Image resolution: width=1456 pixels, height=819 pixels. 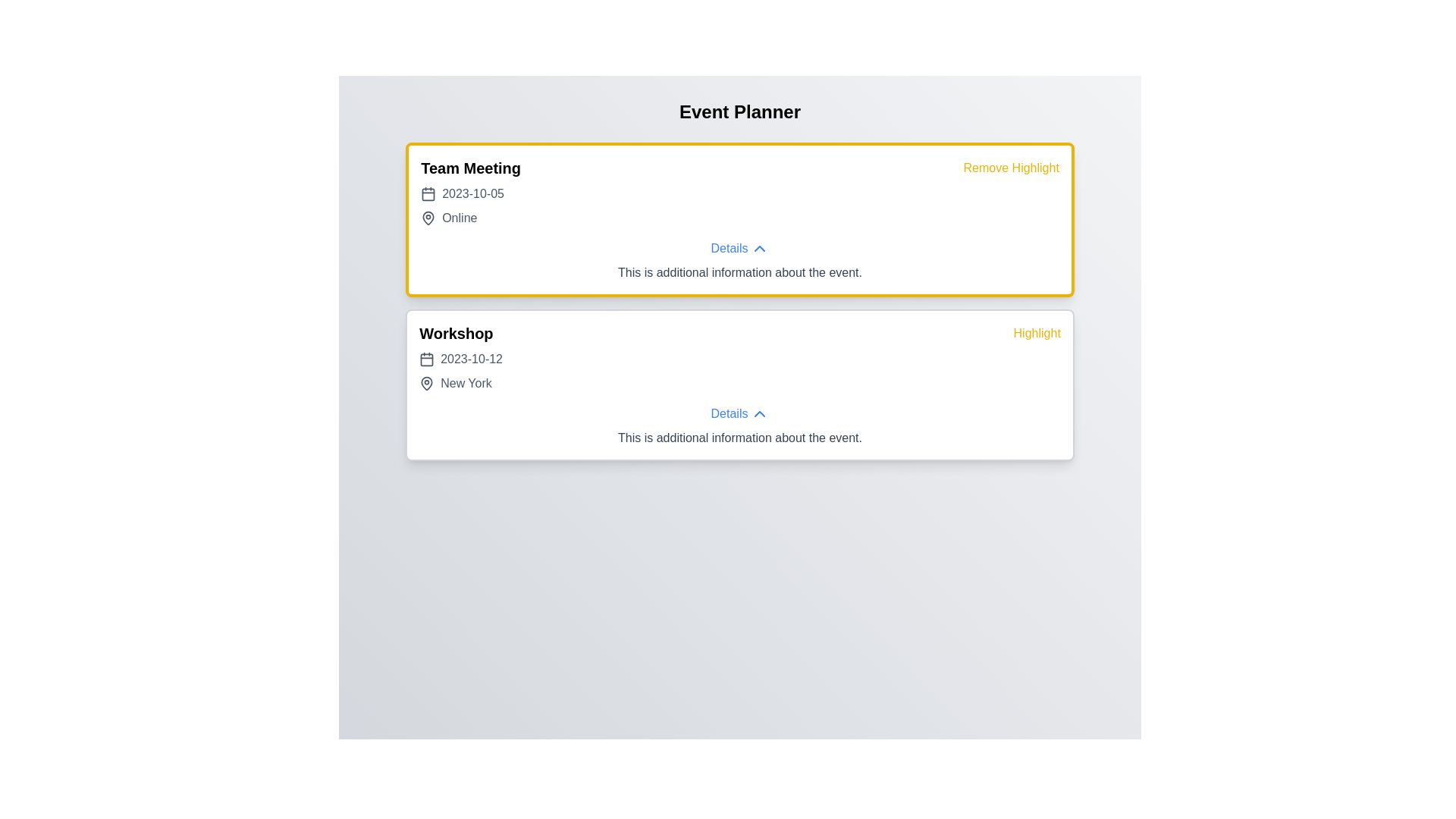 What do you see at coordinates (428, 193) in the screenshot?
I see `the decorative graphical background of the calendar icon, which is a square icon with rounded corners, positioned next to the '2023-10-05' text label under the 'Team Meeting' title in the first event card` at bounding box center [428, 193].